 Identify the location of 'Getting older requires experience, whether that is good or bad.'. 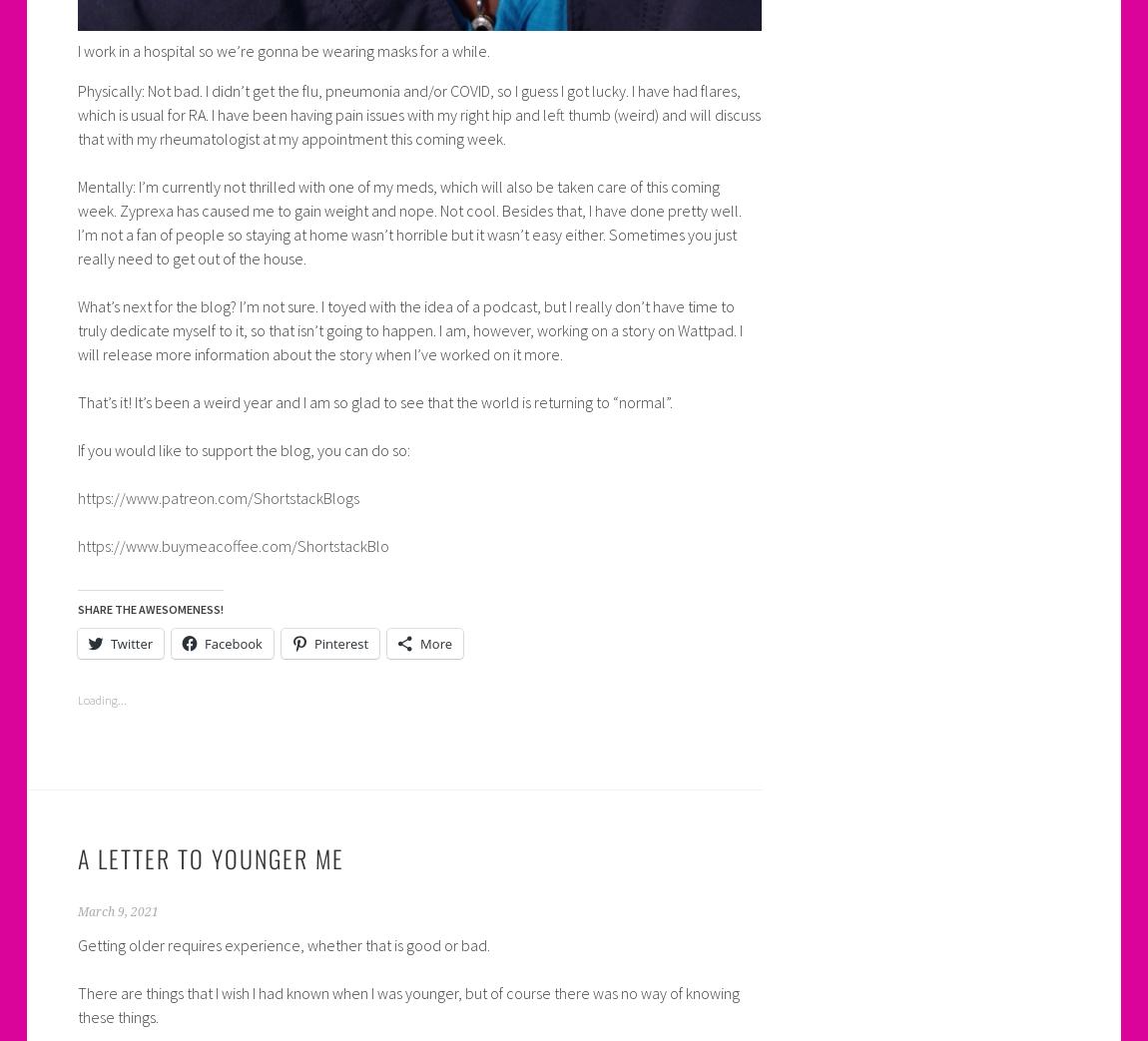
(282, 944).